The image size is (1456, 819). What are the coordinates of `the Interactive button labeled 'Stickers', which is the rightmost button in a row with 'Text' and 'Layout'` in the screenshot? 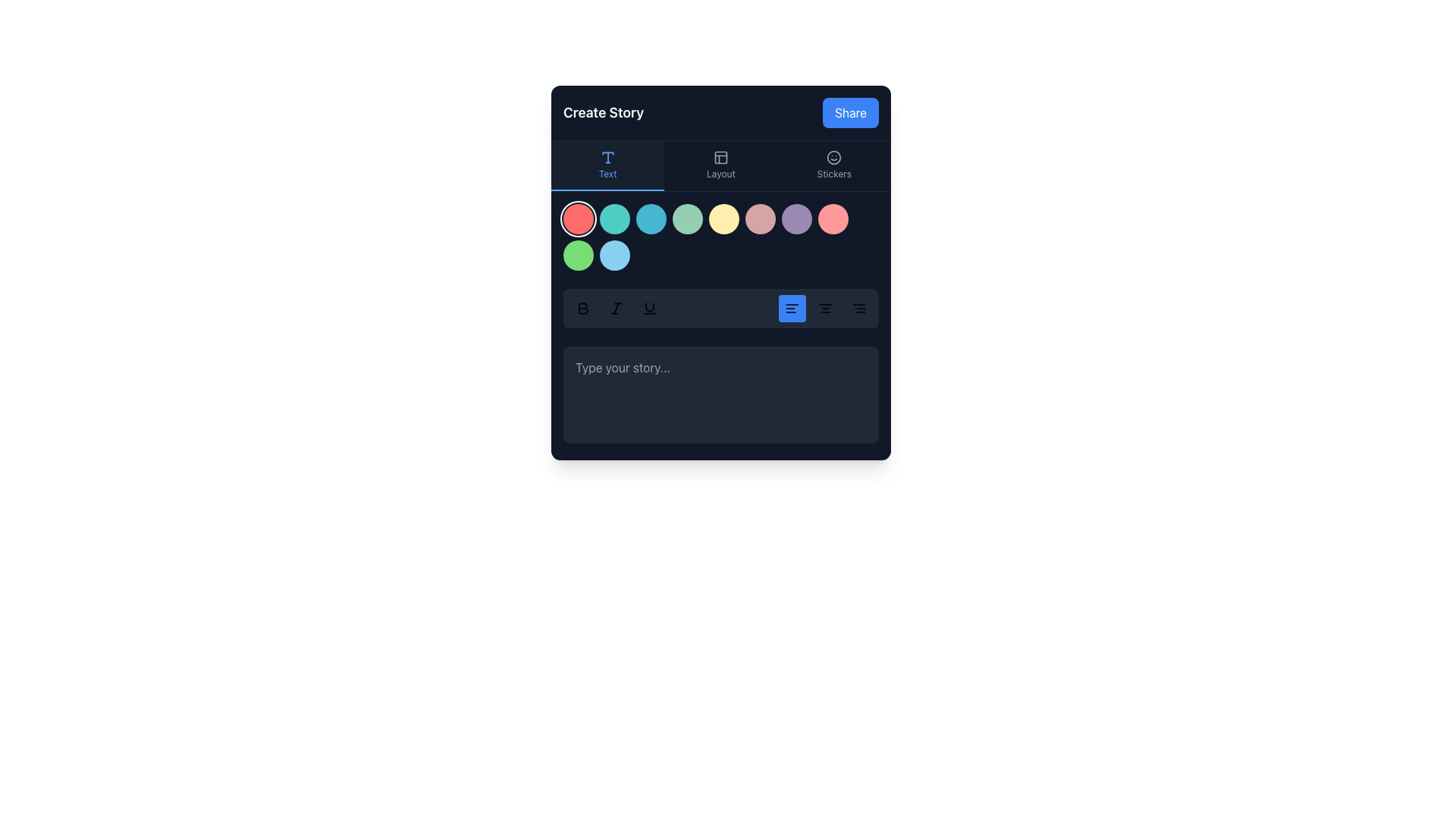 It's located at (833, 166).